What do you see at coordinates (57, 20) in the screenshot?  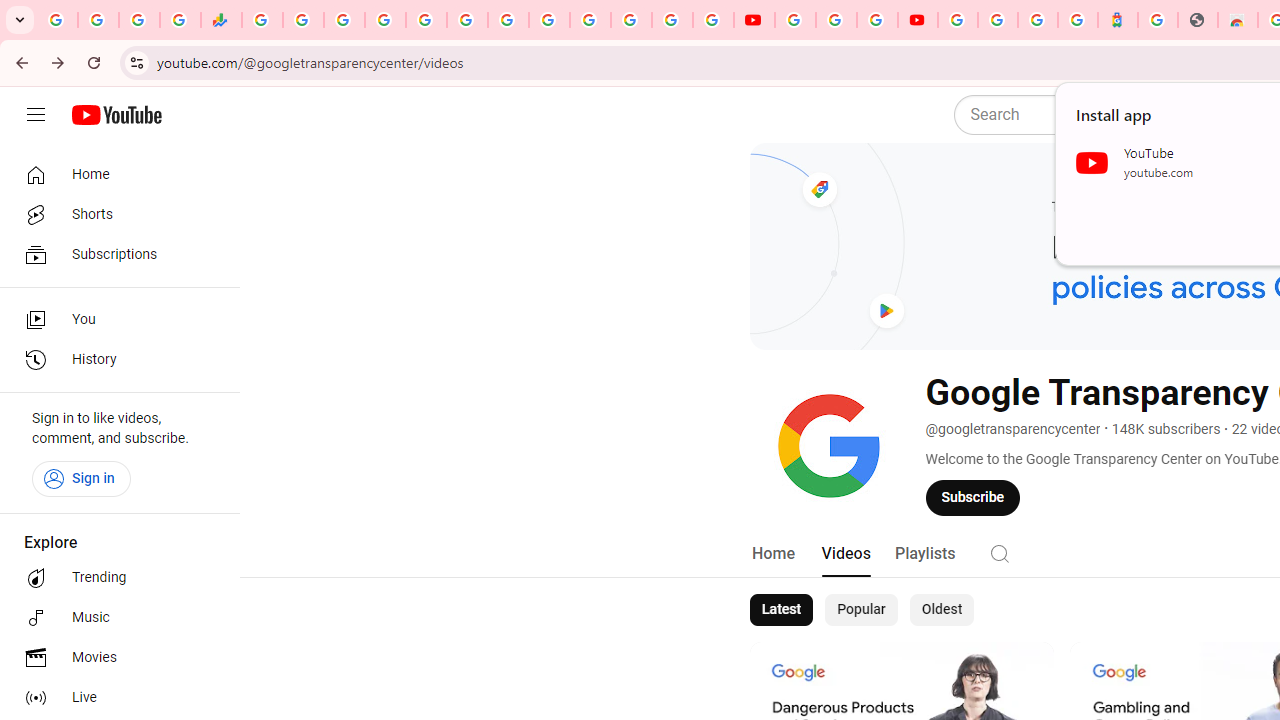 I see `'Google Workspace Admin Community'` at bounding box center [57, 20].